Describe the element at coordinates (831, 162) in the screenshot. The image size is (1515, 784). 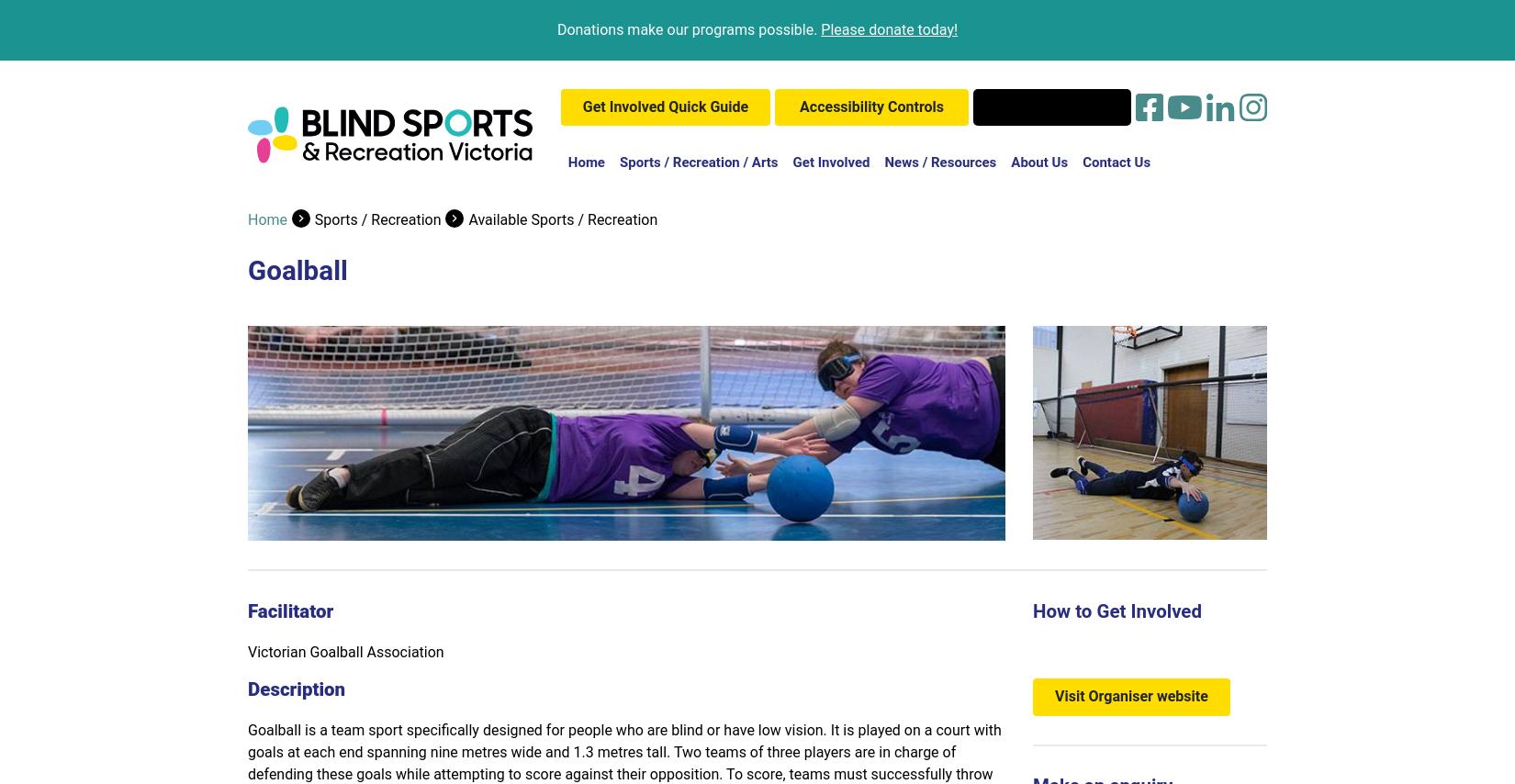
I see `'Get Involved'` at that location.